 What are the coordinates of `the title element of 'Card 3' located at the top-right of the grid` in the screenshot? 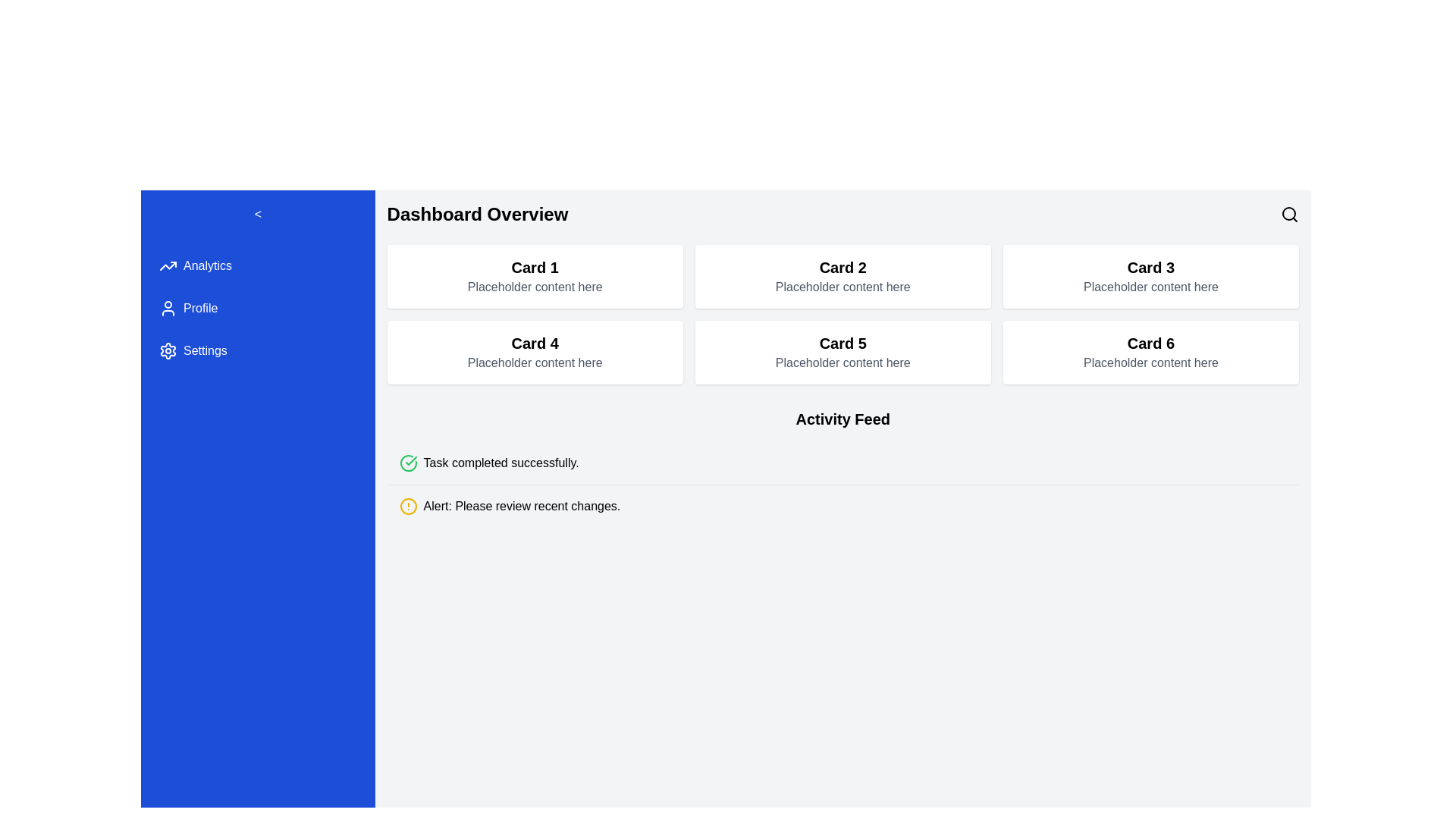 It's located at (1150, 267).